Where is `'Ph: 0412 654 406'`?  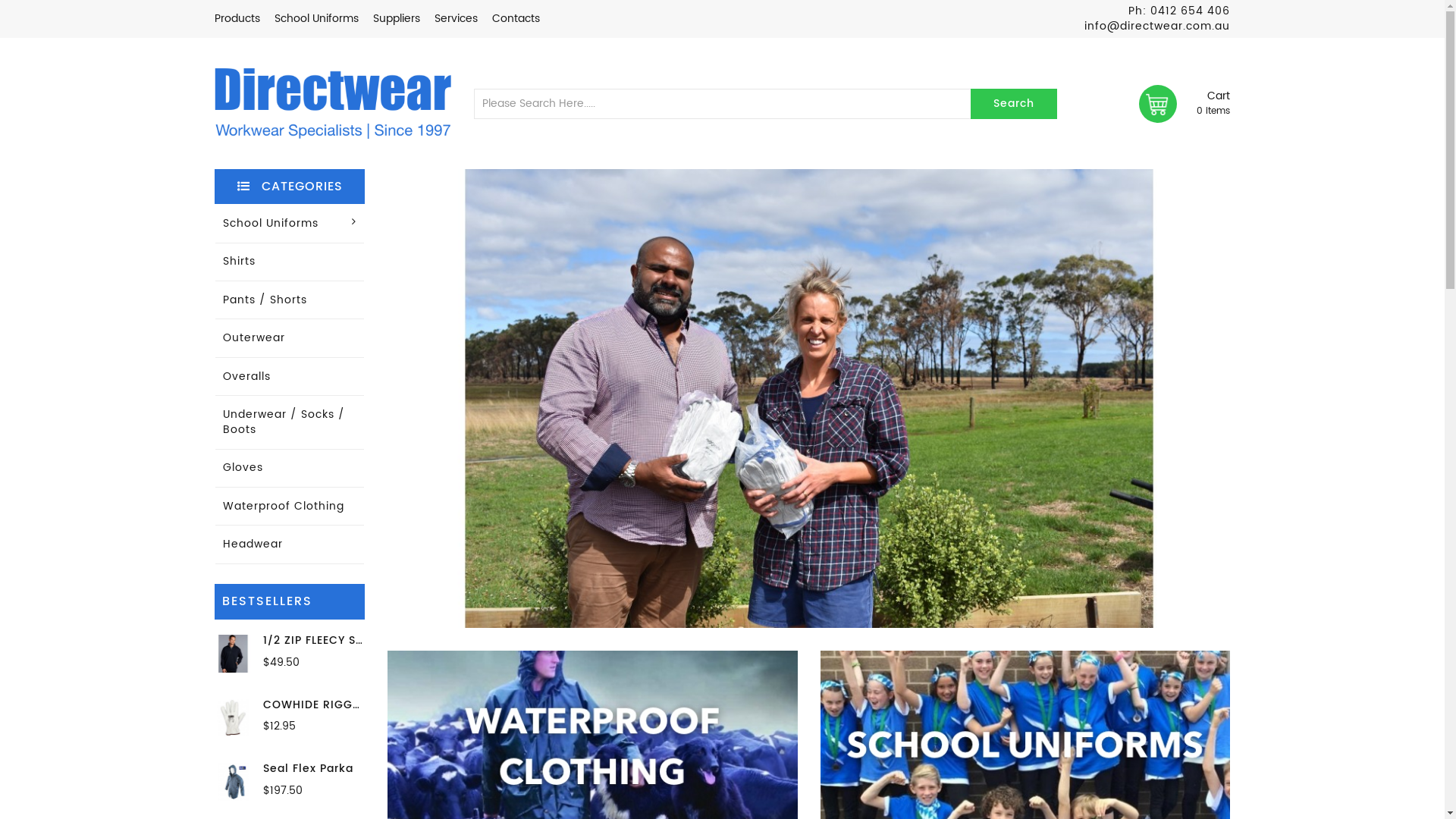 'Ph: 0412 654 406' is located at coordinates (1128, 11).